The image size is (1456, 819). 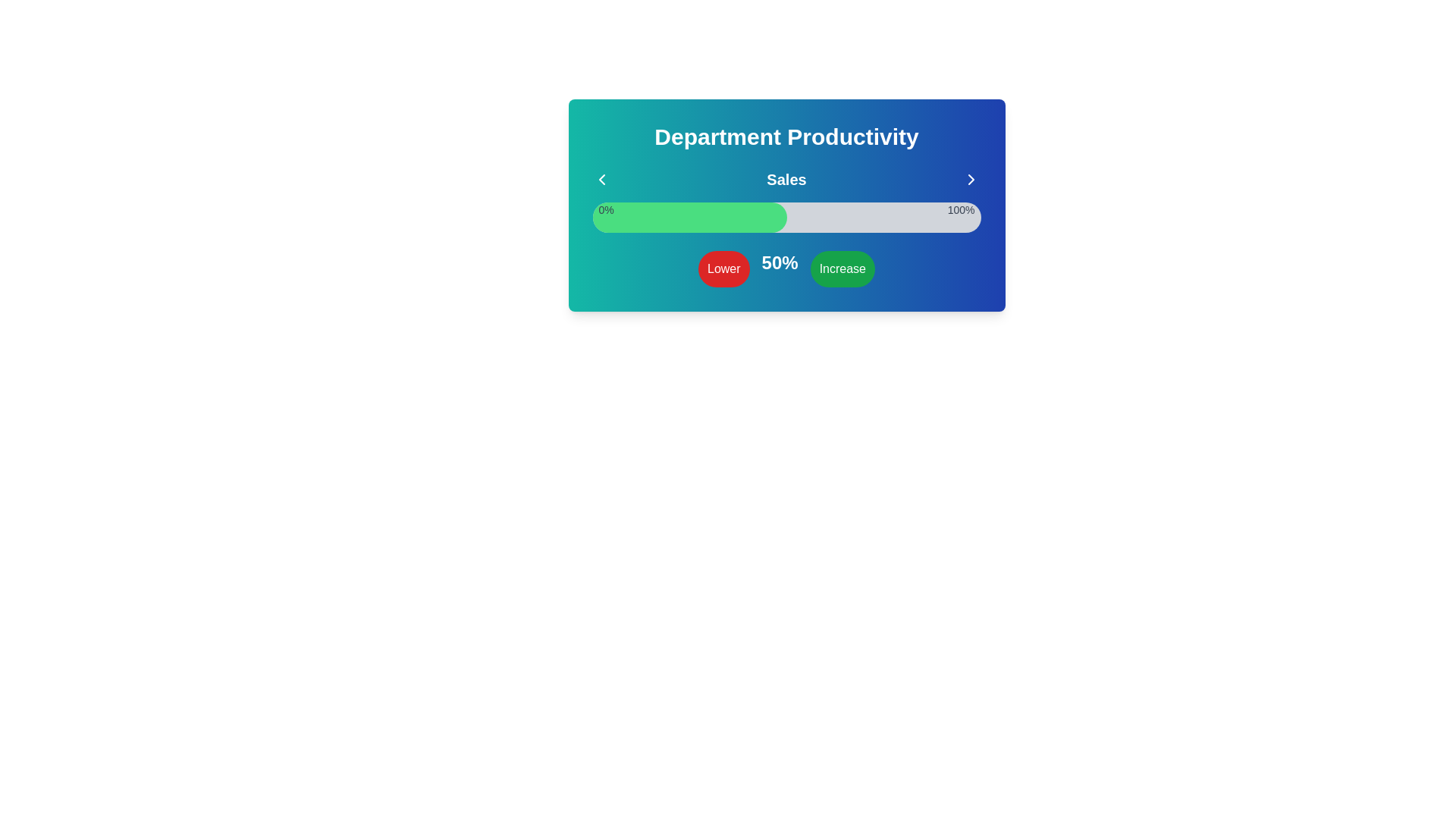 I want to click on the Text Label displaying a percentage value, located centrally between the 'Lower' button on the left and the 'Increase' button on the right, so click(x=780, y=268).